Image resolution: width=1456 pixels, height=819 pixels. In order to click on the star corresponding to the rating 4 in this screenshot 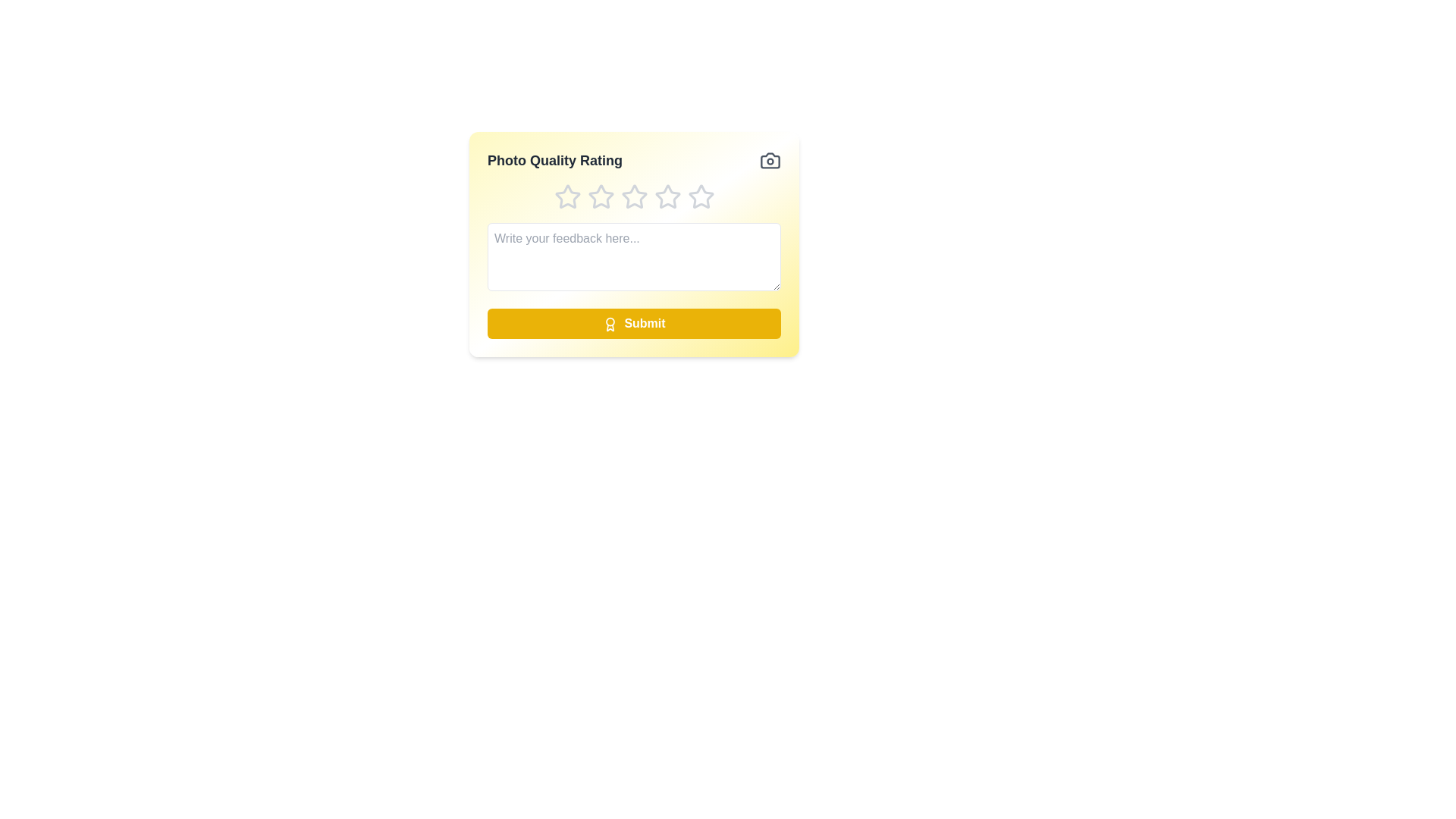, I will do `click(667, 196)`.